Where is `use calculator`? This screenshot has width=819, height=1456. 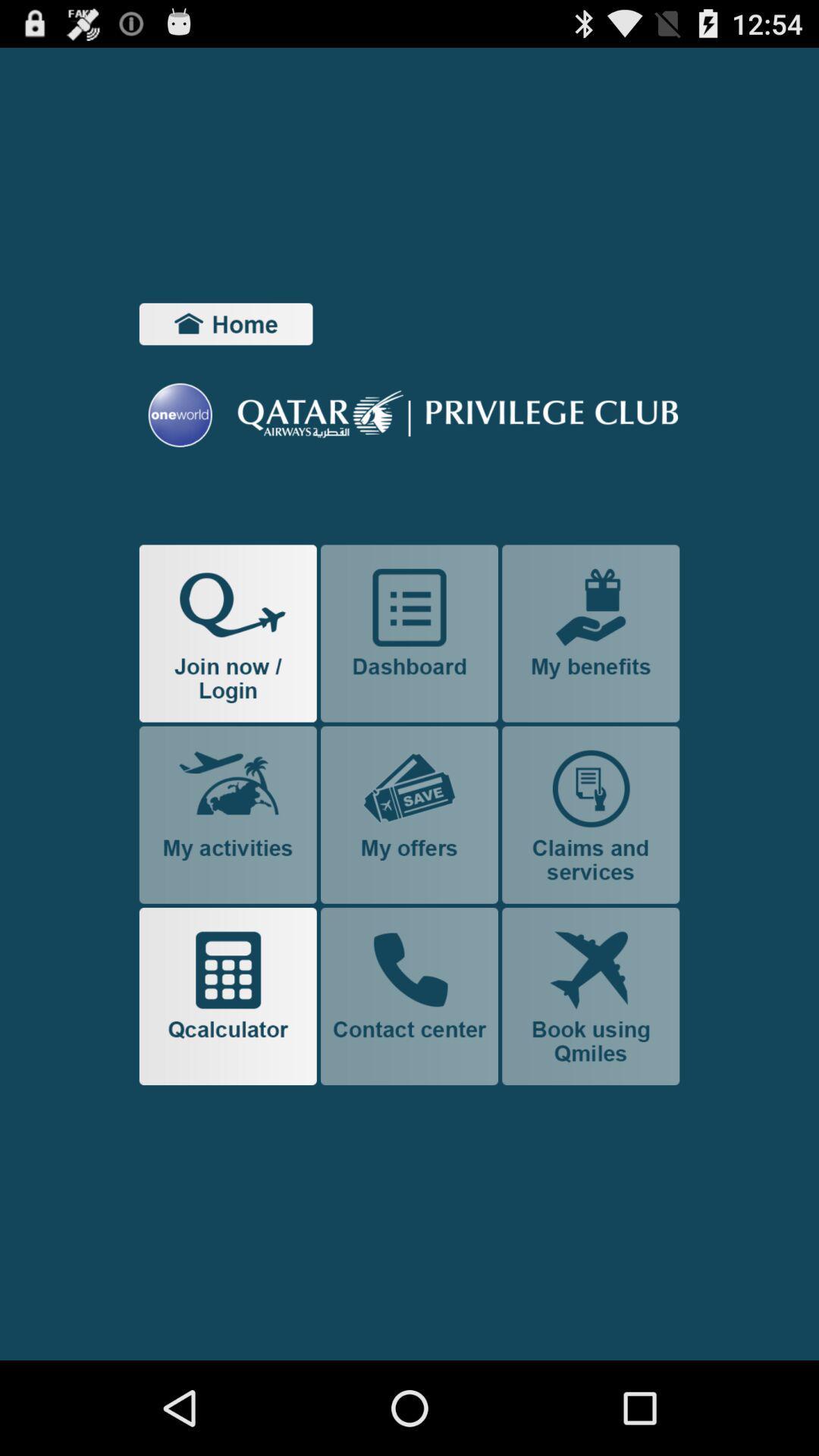 use calculator is located at coordinates (227, 996).